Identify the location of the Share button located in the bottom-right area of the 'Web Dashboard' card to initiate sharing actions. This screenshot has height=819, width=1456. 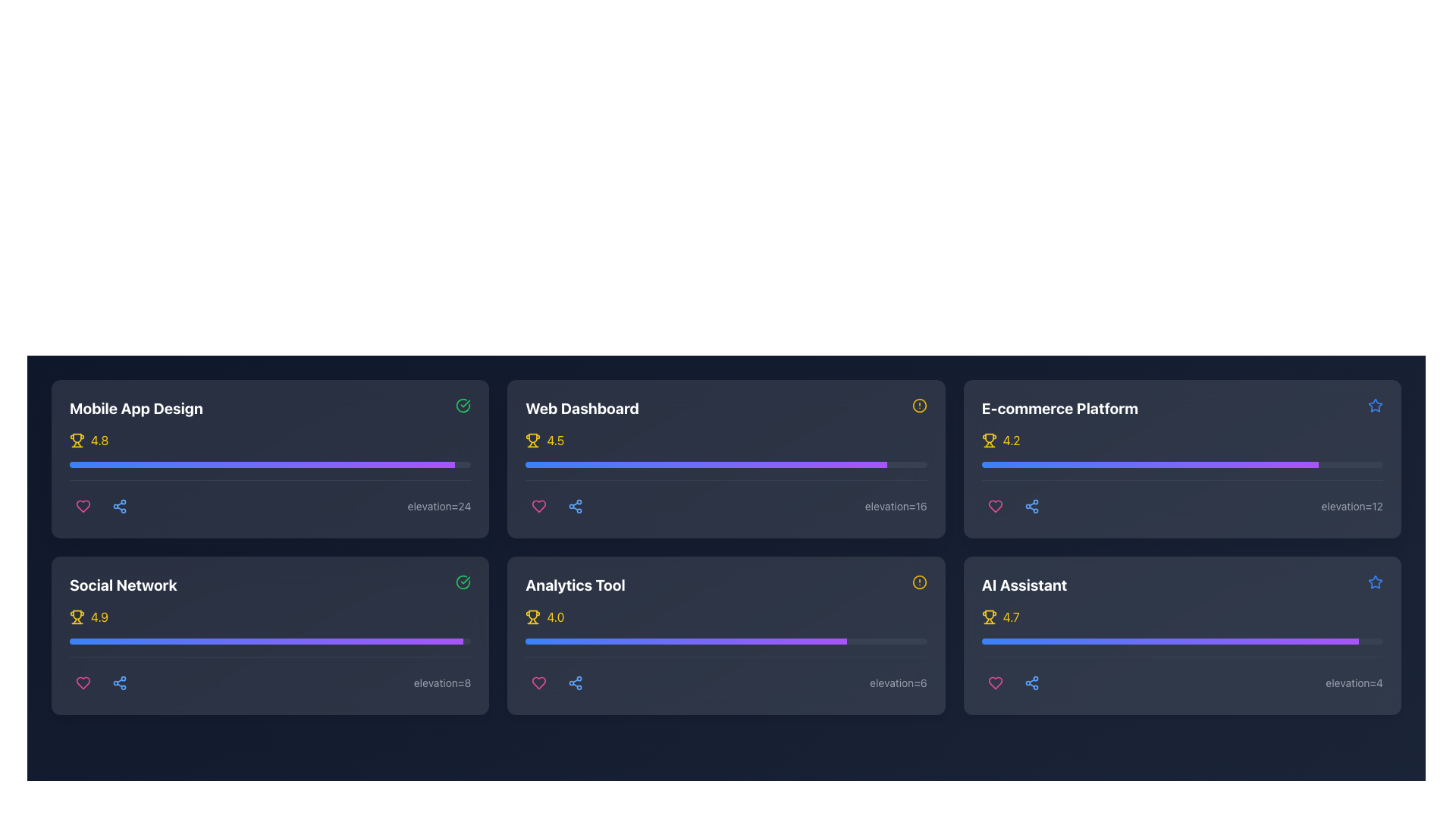
(575, 506).